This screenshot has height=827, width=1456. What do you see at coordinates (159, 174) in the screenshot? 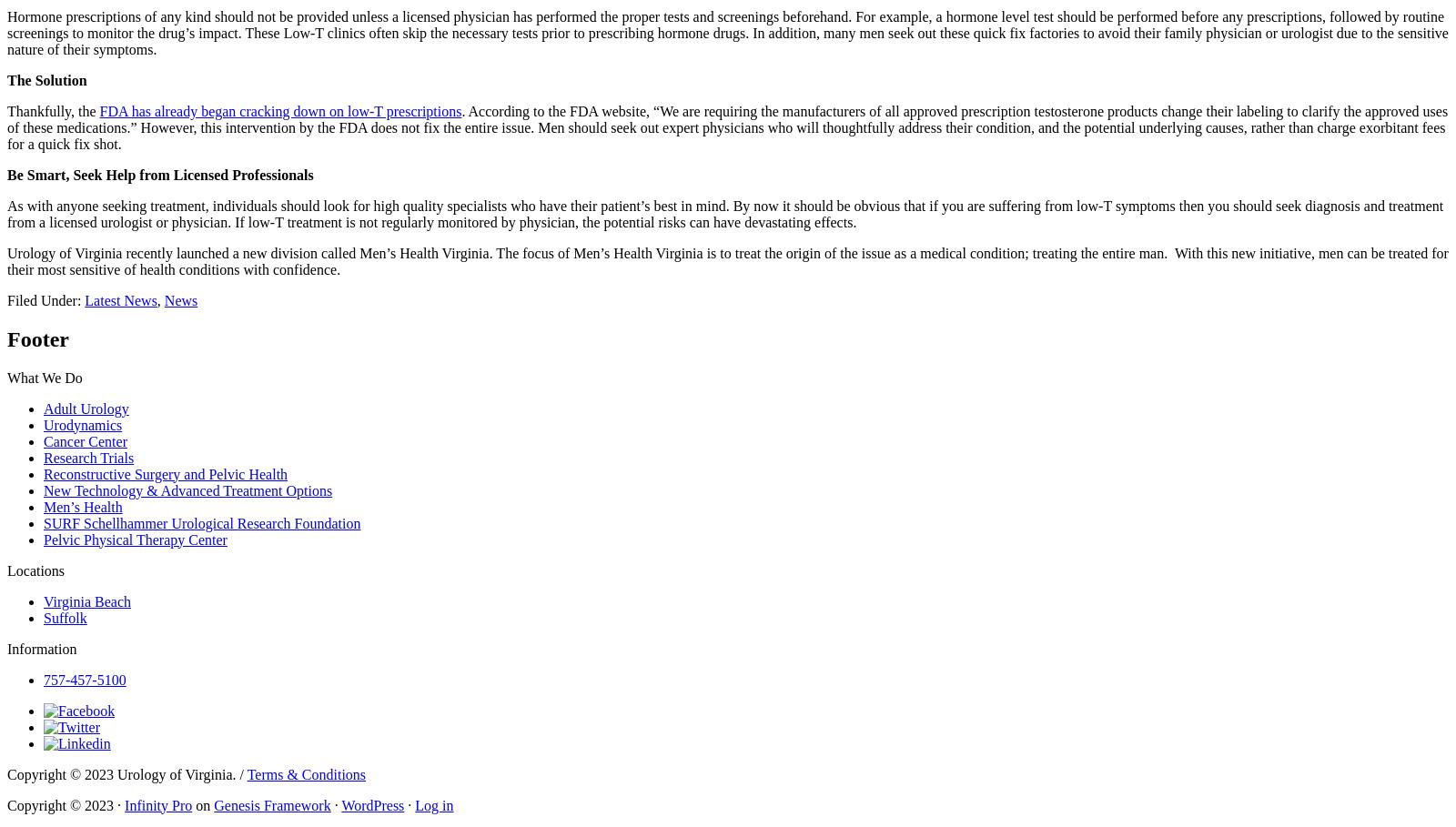
I see `'Be Smart, Seek Help from Licensed Professionals'` at bounding box center [159, 174].